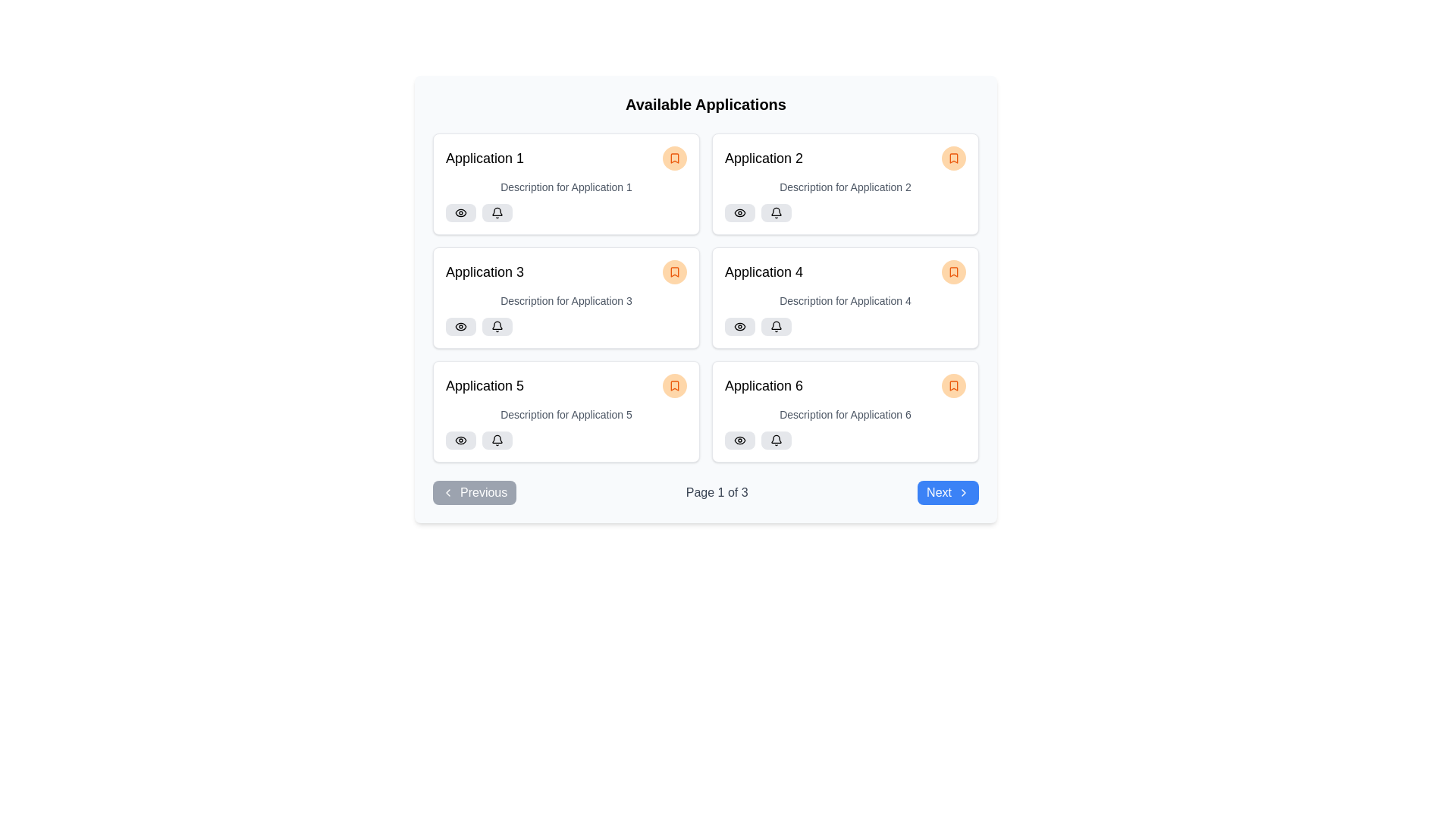 The width and height of the screenshot is (1456, 819). Describe the element at coordinates (776, 441) in the screenshot. I see `the second button in the horizontal set of interactive components within the Application 6 card` at that location.